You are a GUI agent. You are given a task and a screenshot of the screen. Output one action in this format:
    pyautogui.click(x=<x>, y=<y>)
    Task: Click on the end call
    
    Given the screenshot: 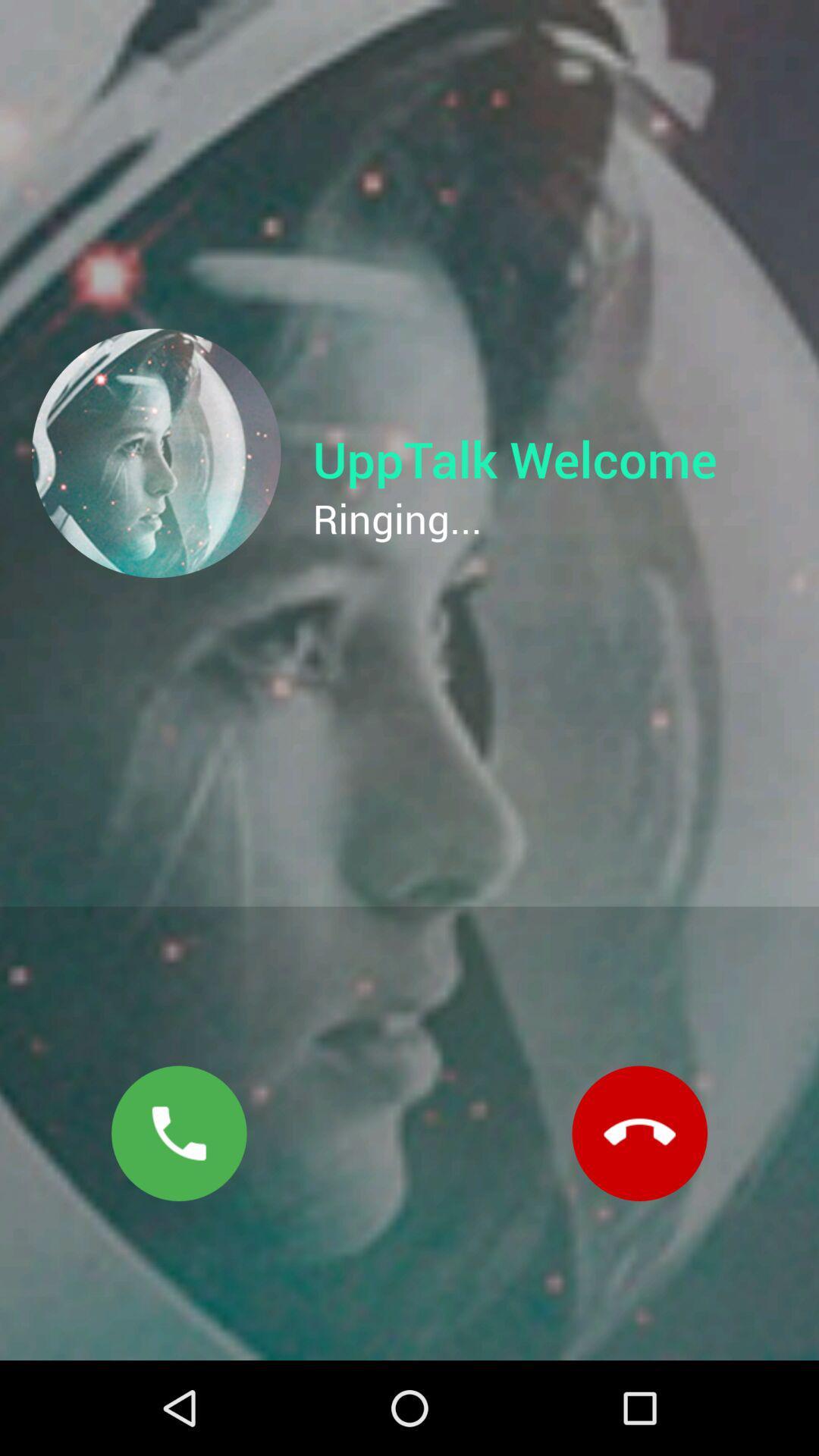 What is the action you would take?
    pyautogui.click(x=639, y=1133)
    